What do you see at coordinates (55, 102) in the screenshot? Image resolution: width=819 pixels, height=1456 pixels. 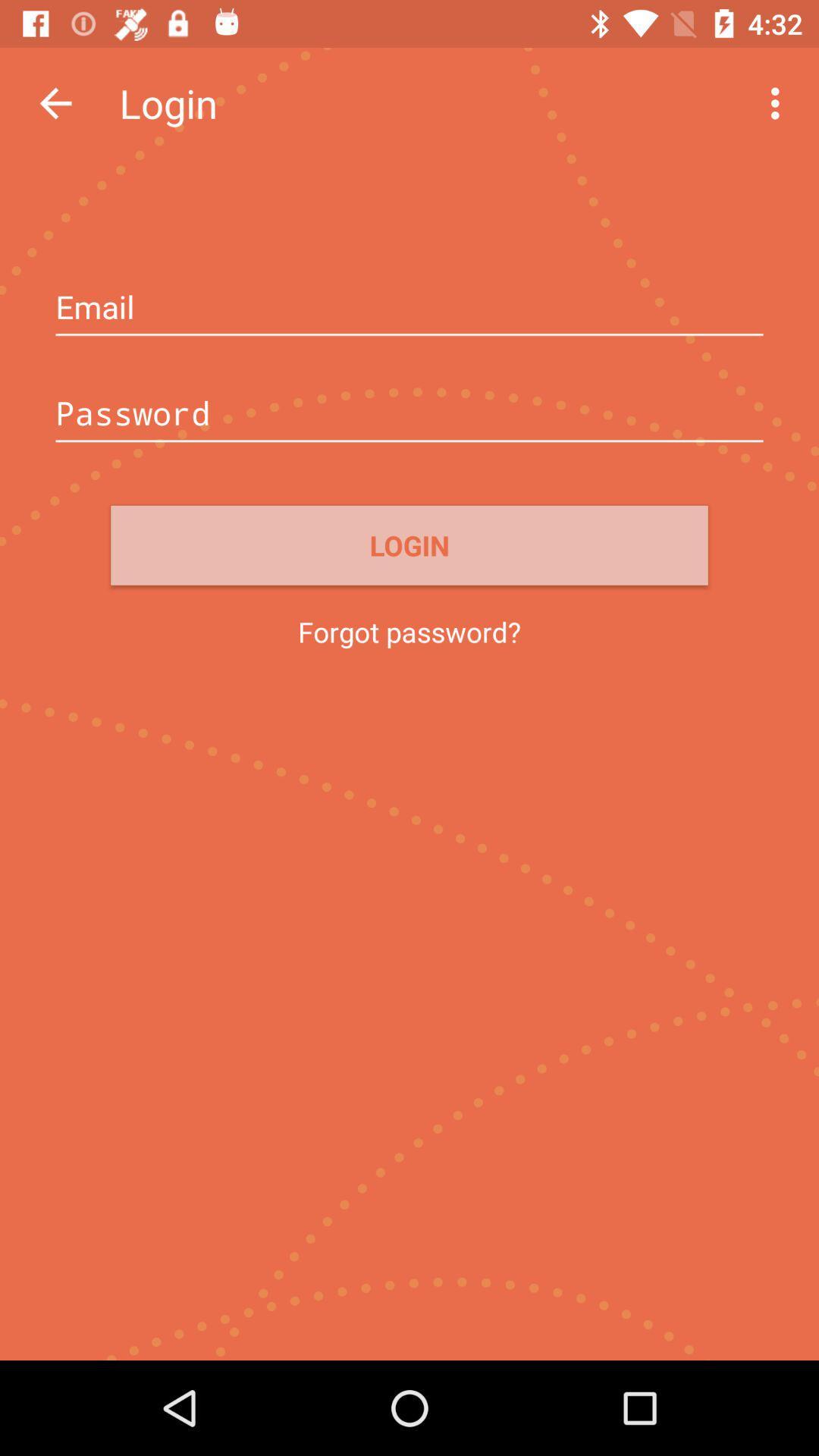 I see `exit the login screen` at bounding box center [55, 102].